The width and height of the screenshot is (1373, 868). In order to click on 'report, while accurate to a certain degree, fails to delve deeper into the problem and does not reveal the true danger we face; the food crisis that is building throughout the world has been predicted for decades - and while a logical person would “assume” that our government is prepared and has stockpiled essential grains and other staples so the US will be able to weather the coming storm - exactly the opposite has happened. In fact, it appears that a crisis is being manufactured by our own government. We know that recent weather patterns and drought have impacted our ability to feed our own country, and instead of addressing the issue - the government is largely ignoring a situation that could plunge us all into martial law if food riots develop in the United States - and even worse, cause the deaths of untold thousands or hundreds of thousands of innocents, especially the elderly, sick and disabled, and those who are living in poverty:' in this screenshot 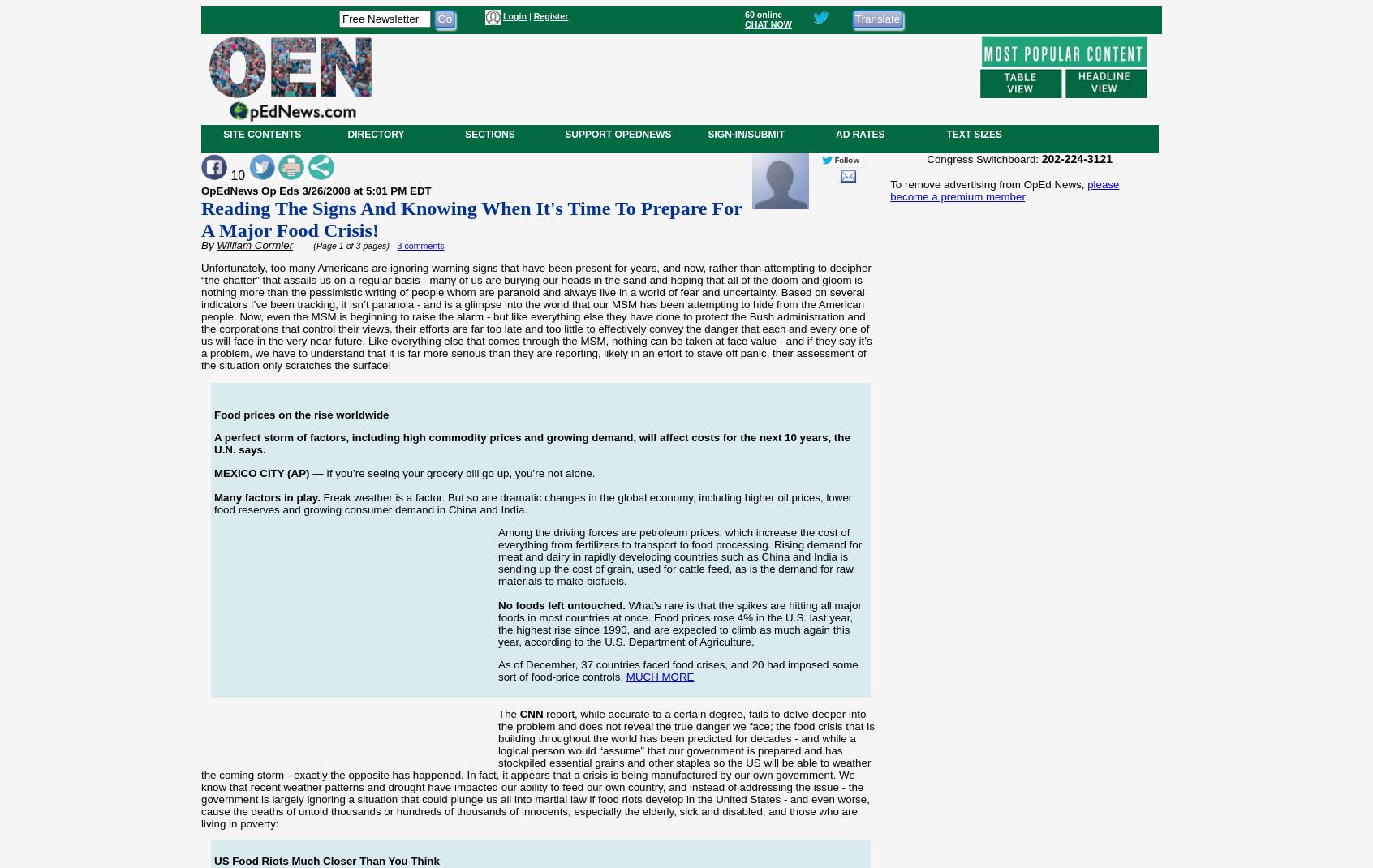, I will do `click(537, 767)`.